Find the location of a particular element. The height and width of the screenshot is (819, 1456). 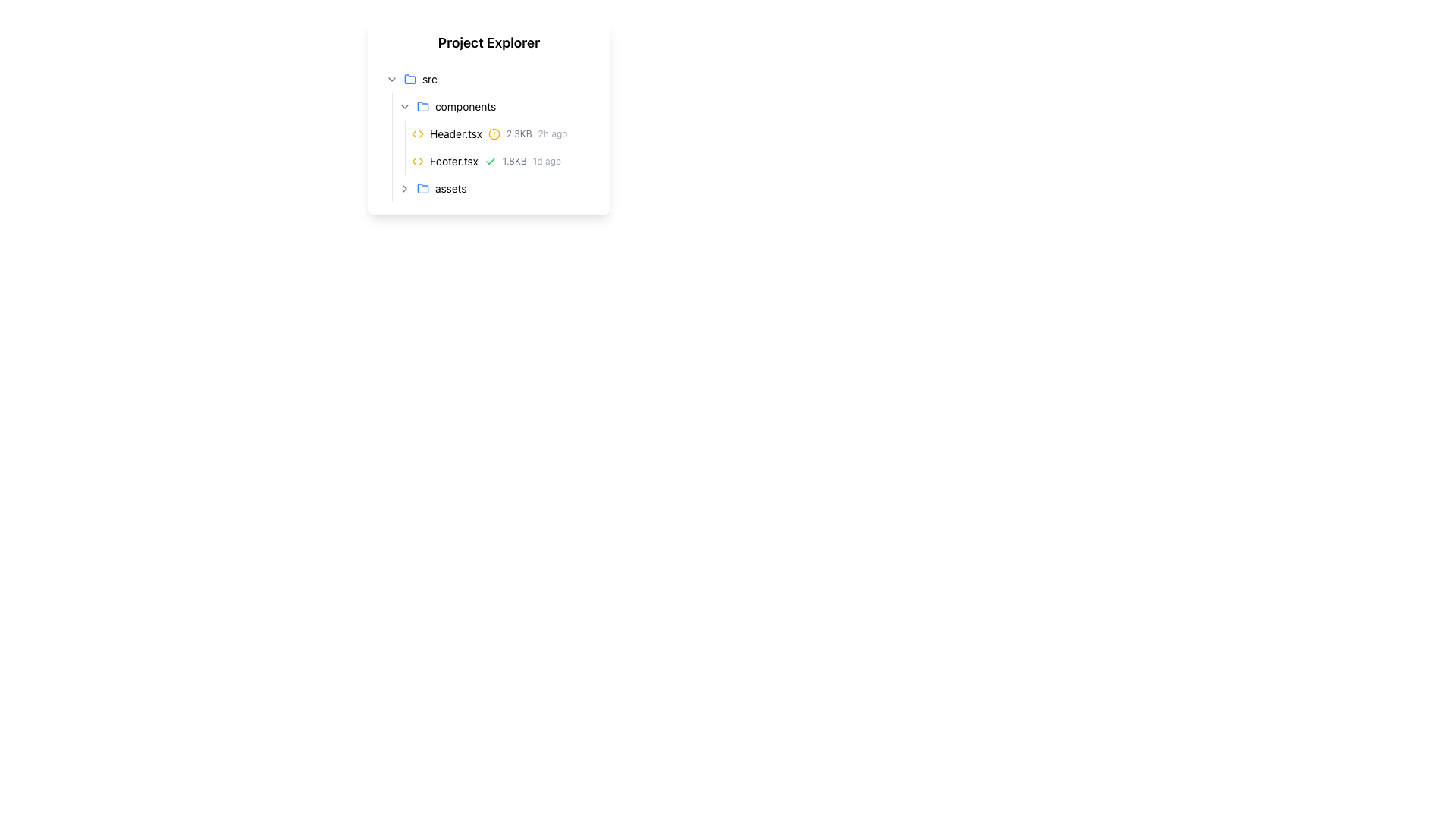

the folder icon representing the 'assets' directory in the project explorer is located at coordinates (422, 187).